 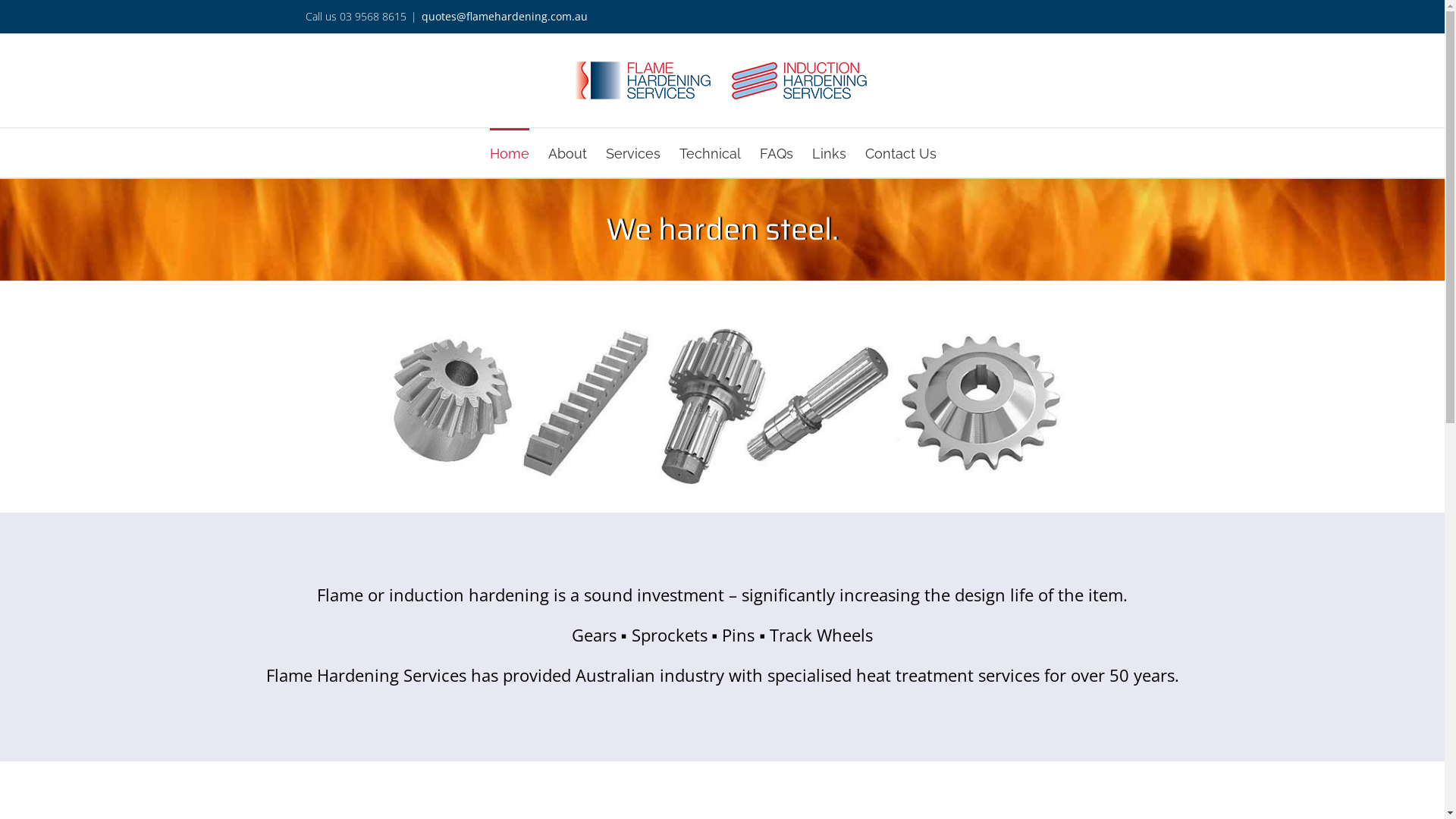 What do you see at coordinates (632, 152) in the screenshot?
I see `'Services'` at bounding box center [632, 152].